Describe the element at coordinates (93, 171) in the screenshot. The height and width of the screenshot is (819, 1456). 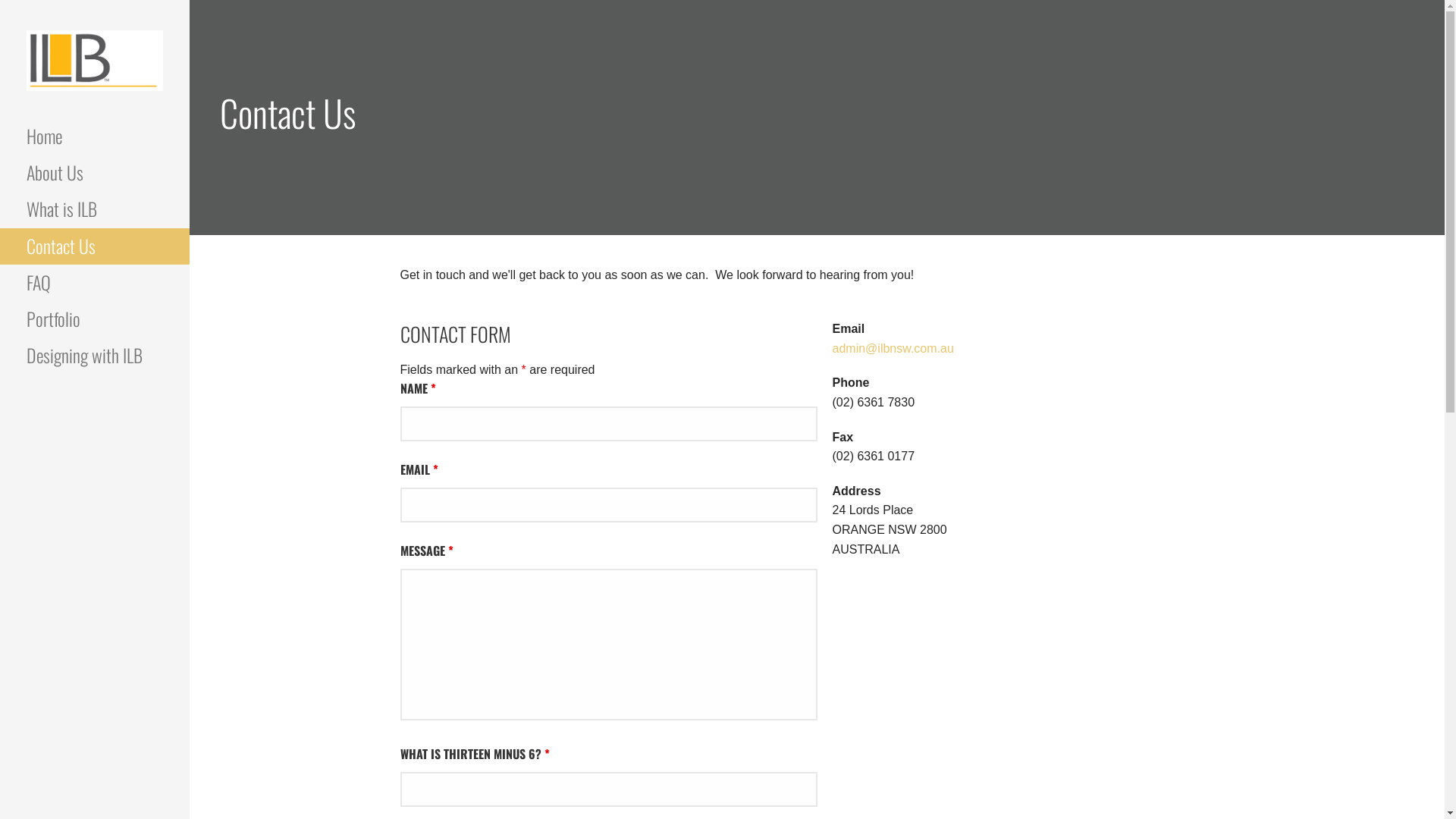
I see `'About Us'` at that location.